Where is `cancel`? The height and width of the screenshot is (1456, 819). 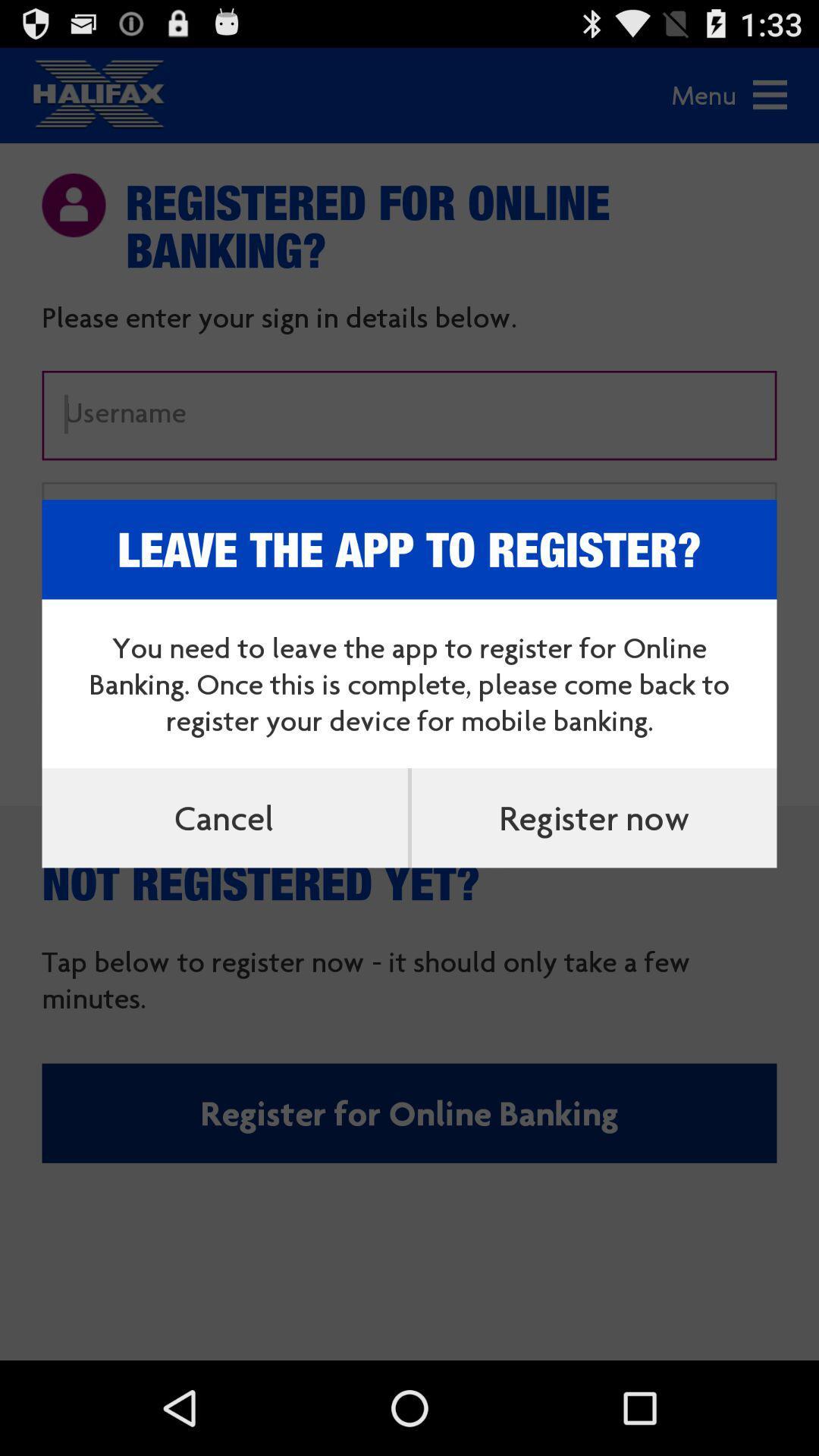
cancel is located at coordinates (224, 817).